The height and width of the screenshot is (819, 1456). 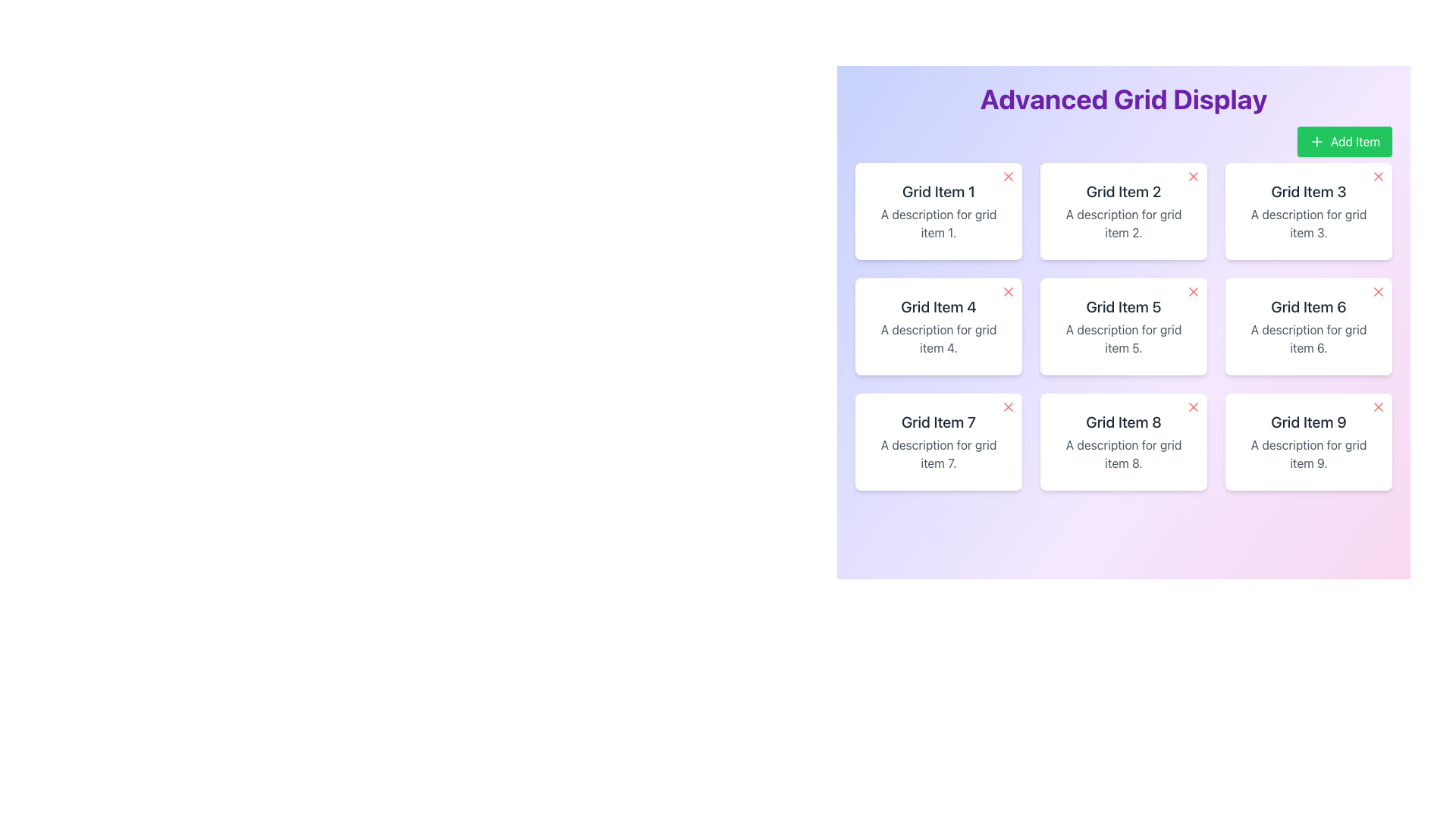 I want to click on the close icon located in the upper right corner of the 'Grid Item 2' card, so click(x=1193, y=175).